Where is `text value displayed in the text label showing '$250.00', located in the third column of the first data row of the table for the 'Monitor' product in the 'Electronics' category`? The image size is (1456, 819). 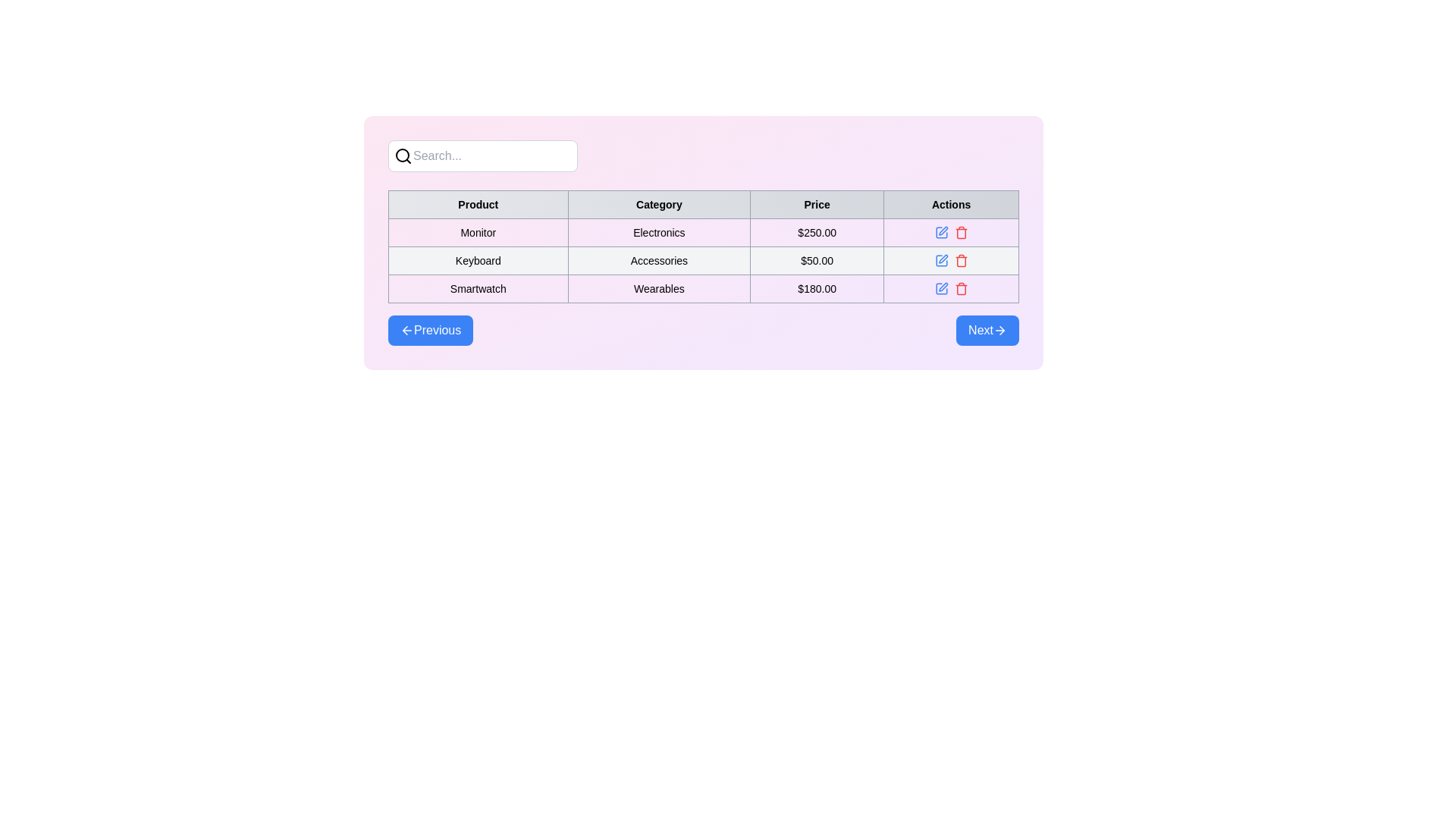 text value displayed in the text label showing '$250.00', located in the third column of the first data row of the table for the 'Monitor' product in the 'Electronics' category is located at coordinates (816, 233).